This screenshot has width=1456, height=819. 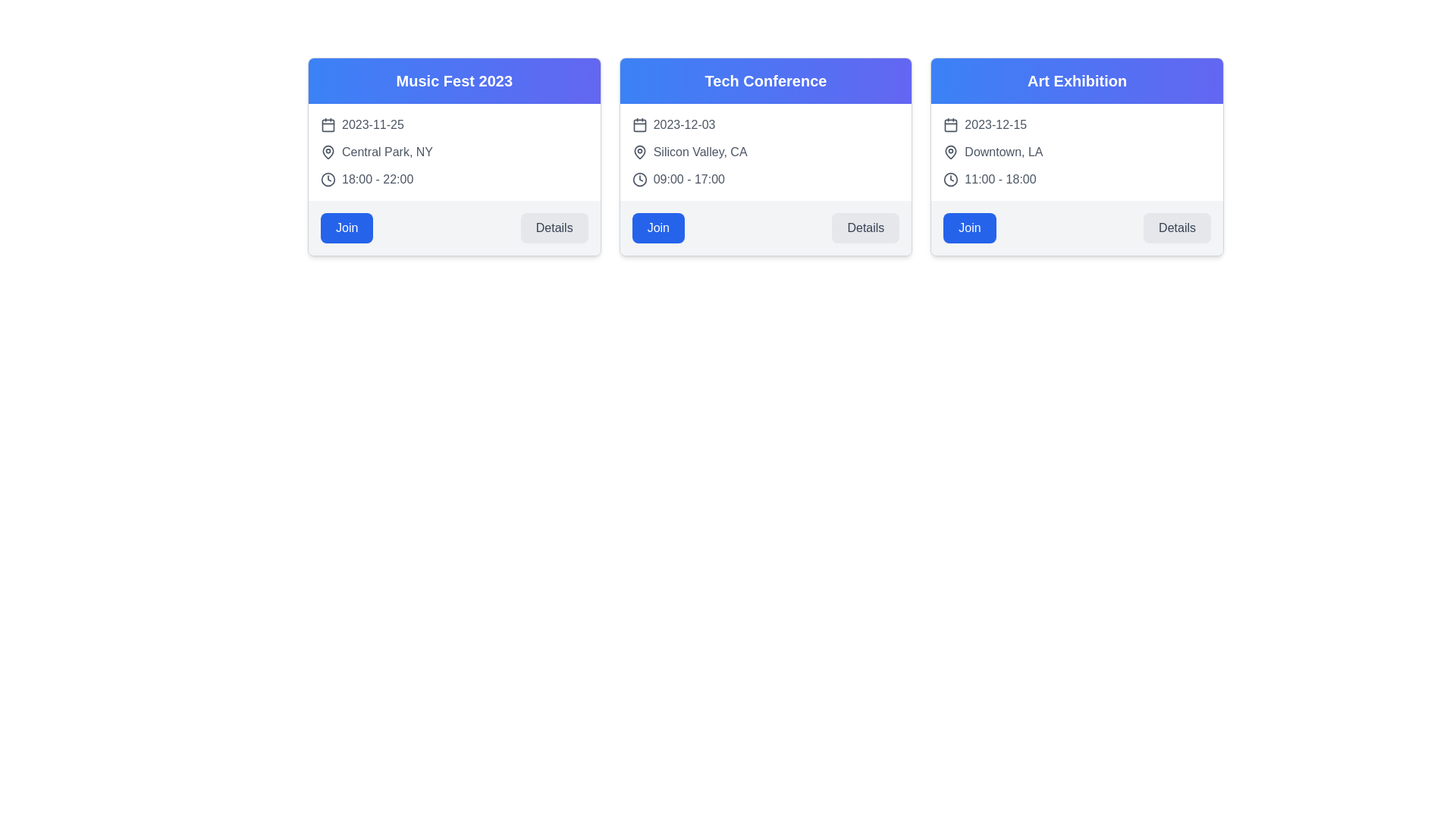 I want to click on the button in the bottom-left corner of the 'Music Fest 2023' event card, so click(x=346, y=227).